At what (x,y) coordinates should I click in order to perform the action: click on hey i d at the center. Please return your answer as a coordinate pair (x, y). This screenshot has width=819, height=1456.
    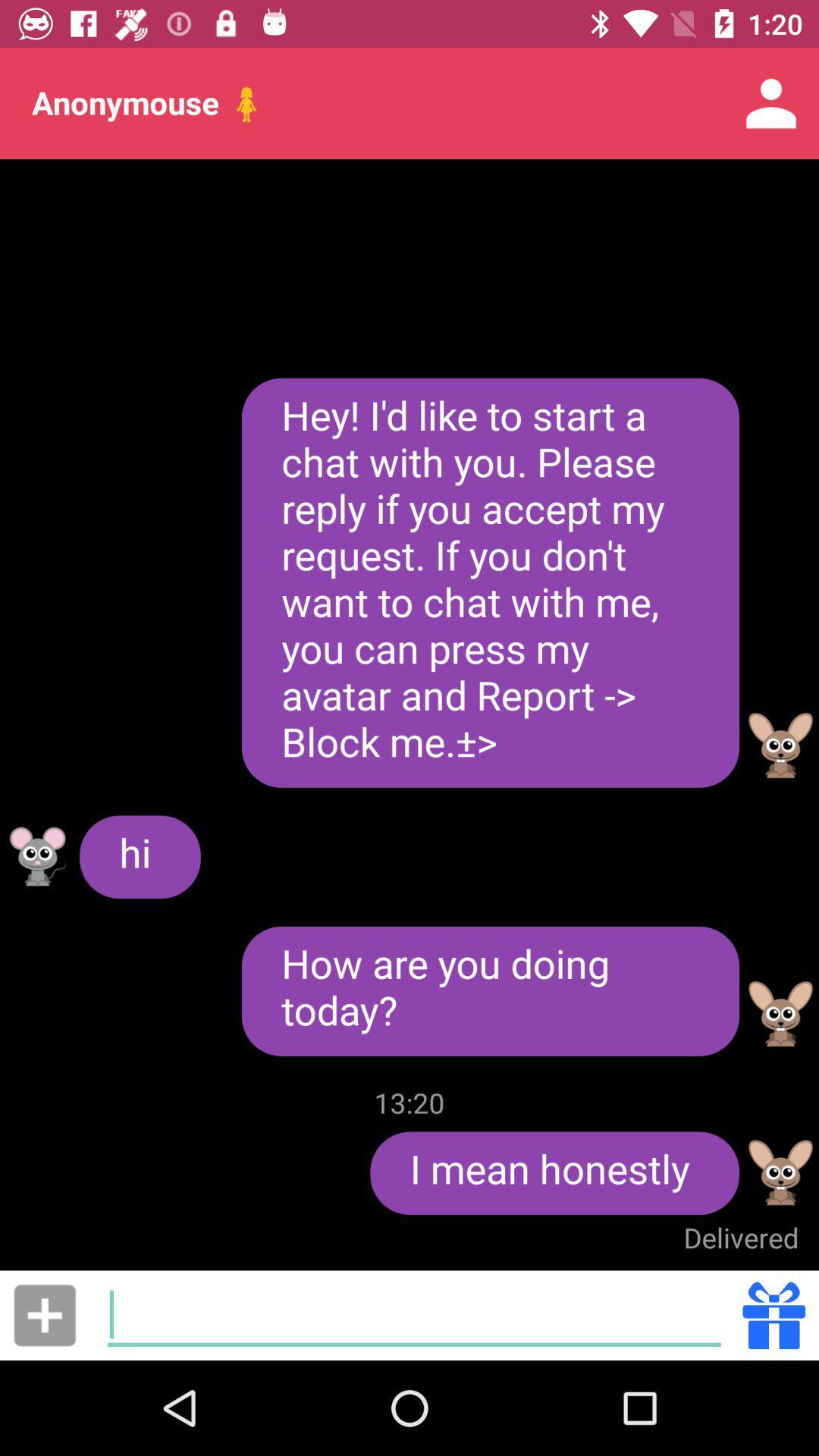
    Looking at the image, I should click on (490, 582).